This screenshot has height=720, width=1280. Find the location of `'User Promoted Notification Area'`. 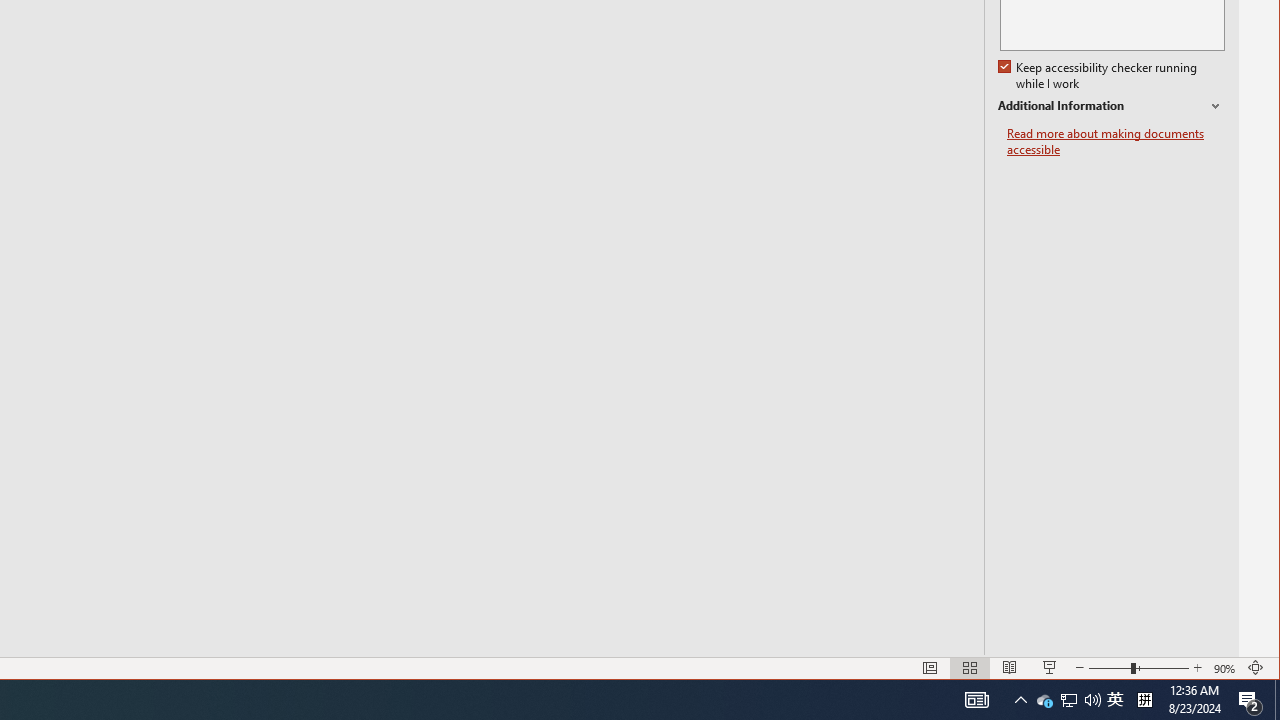

'User Promoted Notification Area' is located at coordinates (1067, 698).